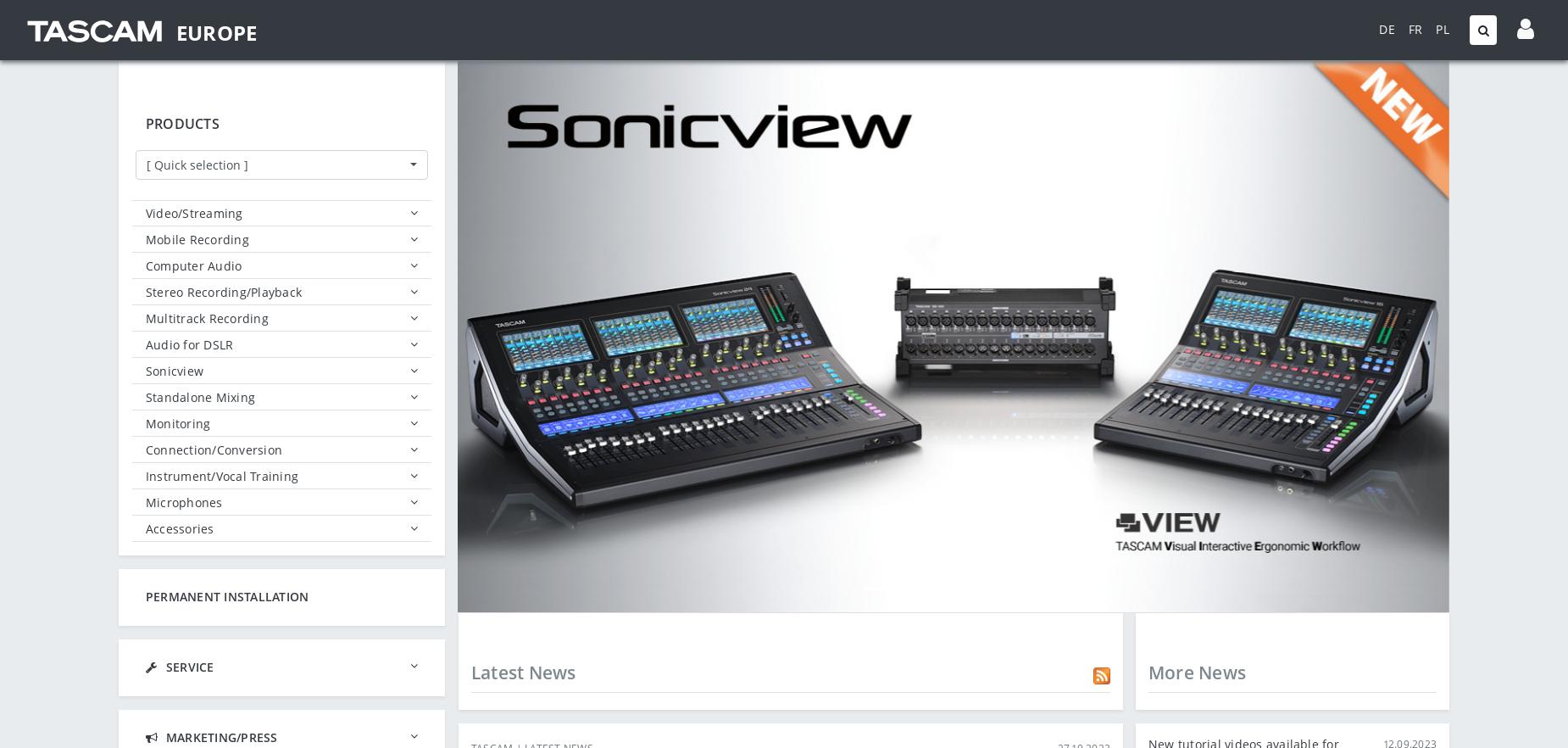  What do you see at coordinates (222, 292) in the screenshot?
I see `'Stereo Recording/Playback'` at bounding box center [222, 292].